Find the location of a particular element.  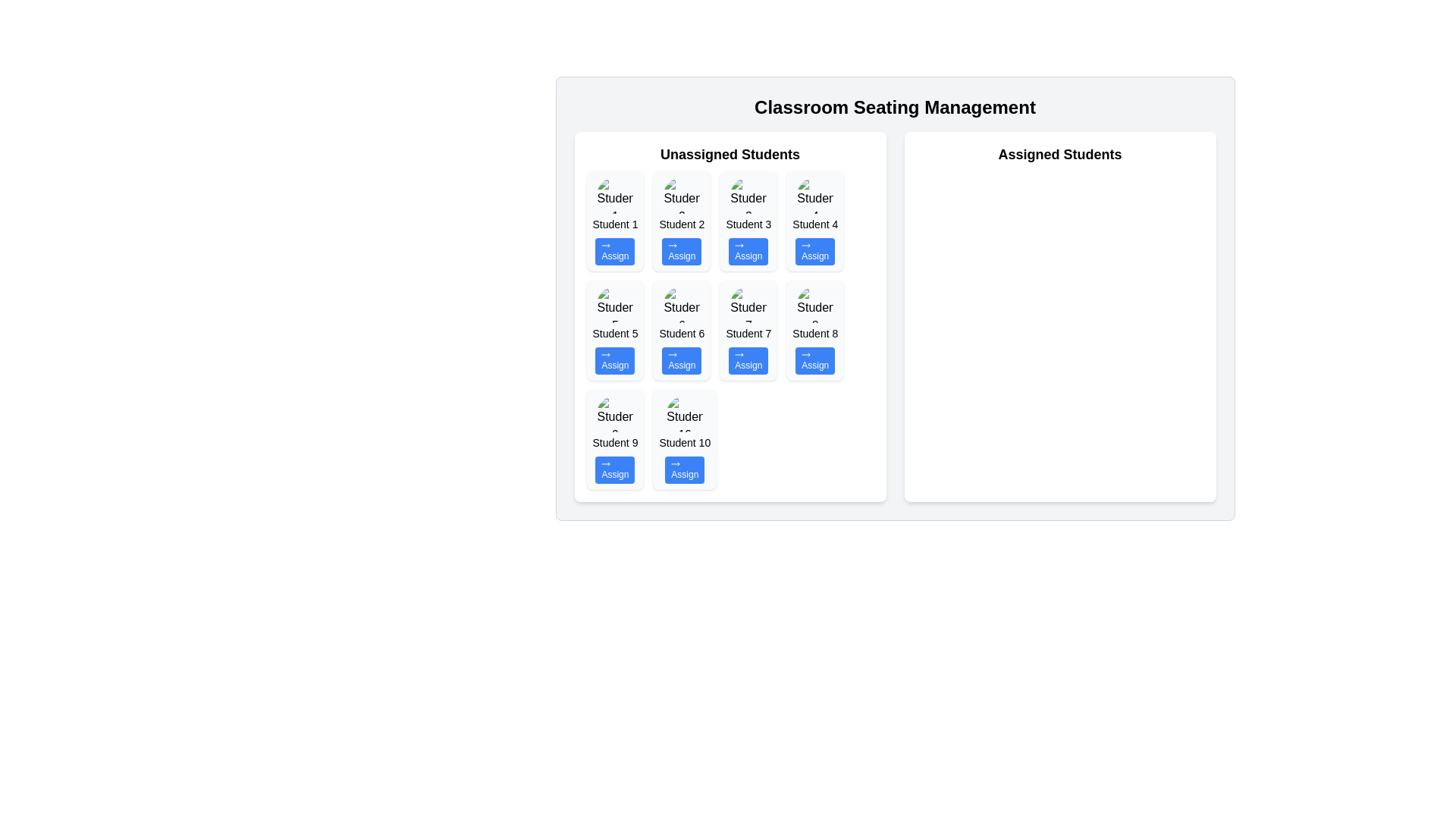

the rightward arrow icon inside the 'Assign' button for 'Student 7' located in the unassigned students section is located at coordinates (739, 354).